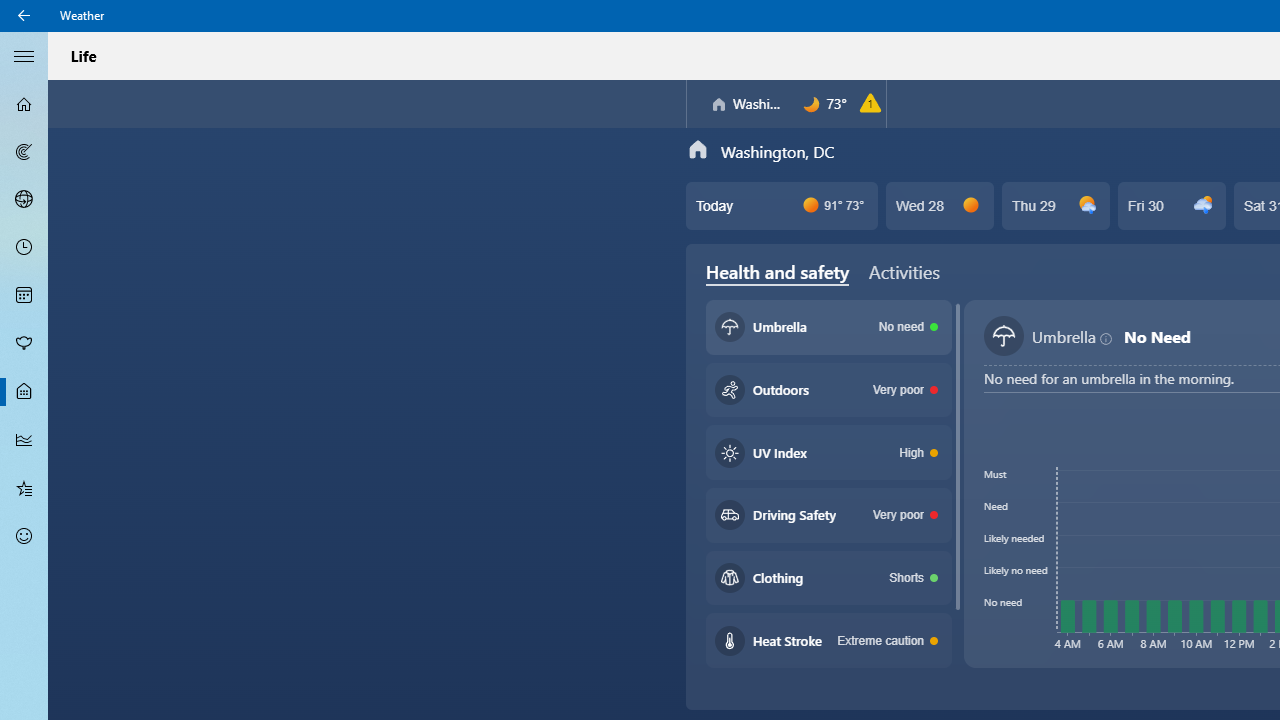 The width and height of the screenshot is (1280, 720). Describe the element at coordinates (24, 104) in the screenshot. I see `'Forecast - Not Selected'` at that location.